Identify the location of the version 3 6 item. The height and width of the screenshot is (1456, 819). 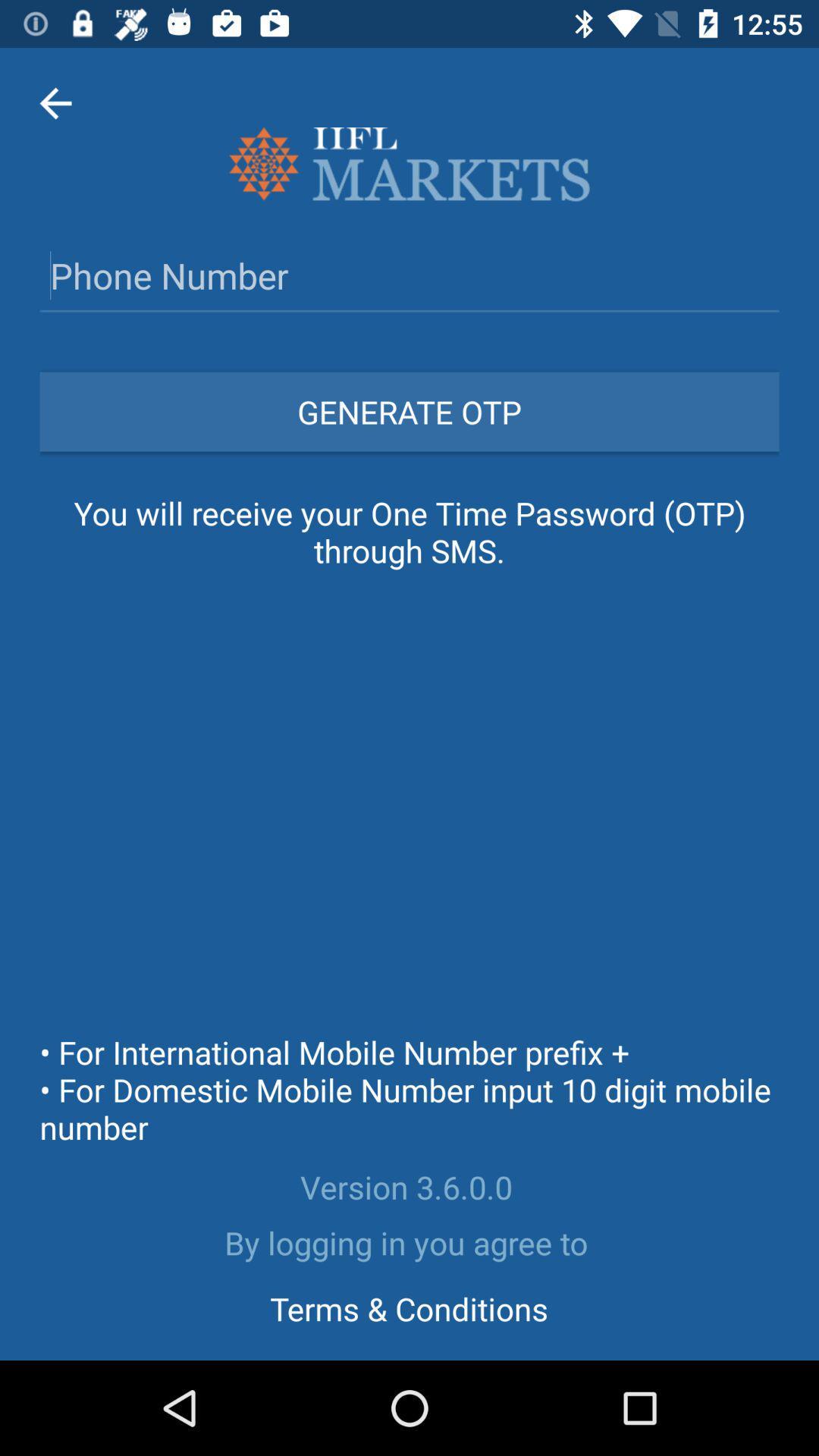
(409, 1186).